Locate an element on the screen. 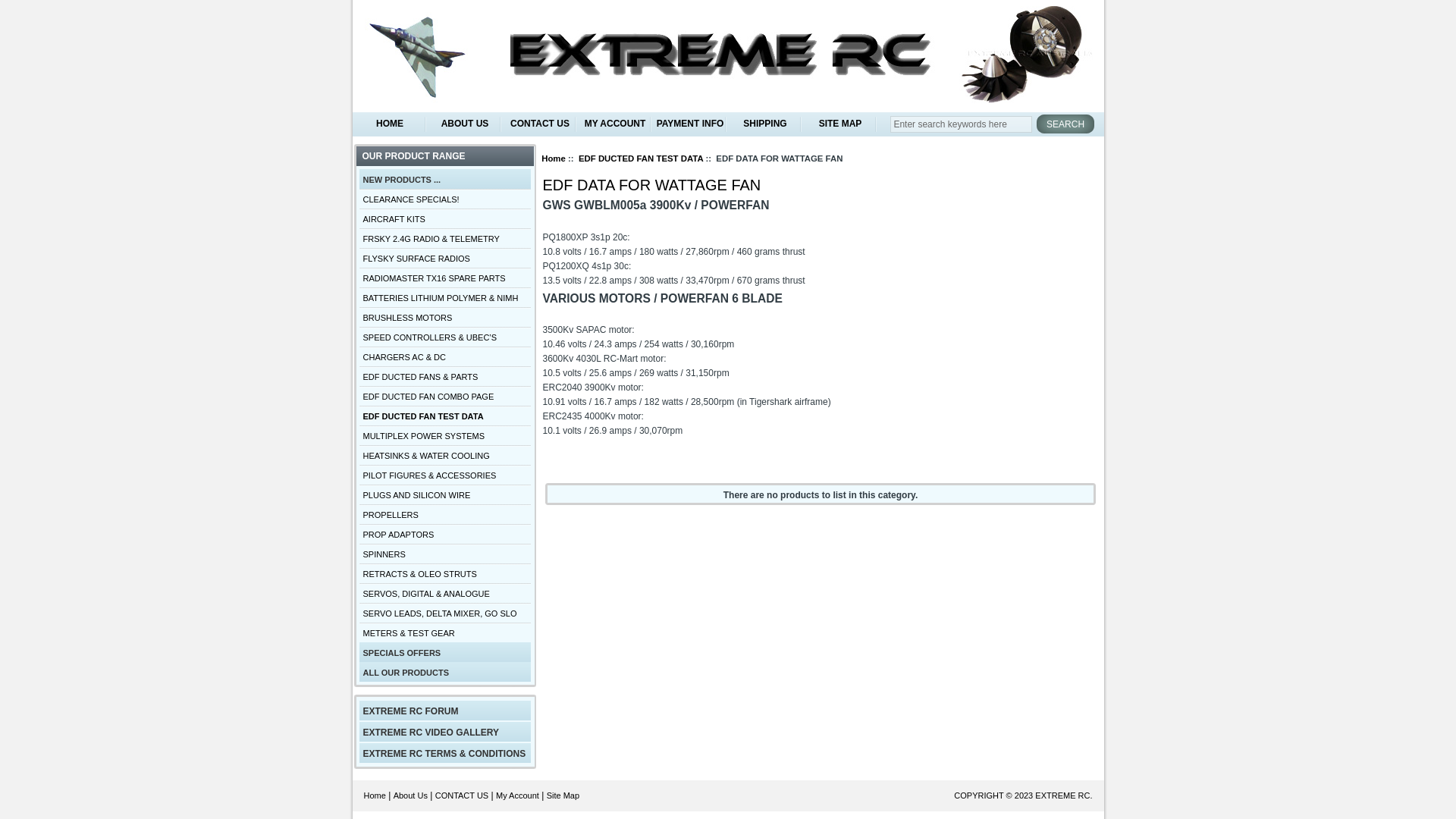 This screenshot has width=1456, height=819. 'My Account' is located at coordinates (517, 795).